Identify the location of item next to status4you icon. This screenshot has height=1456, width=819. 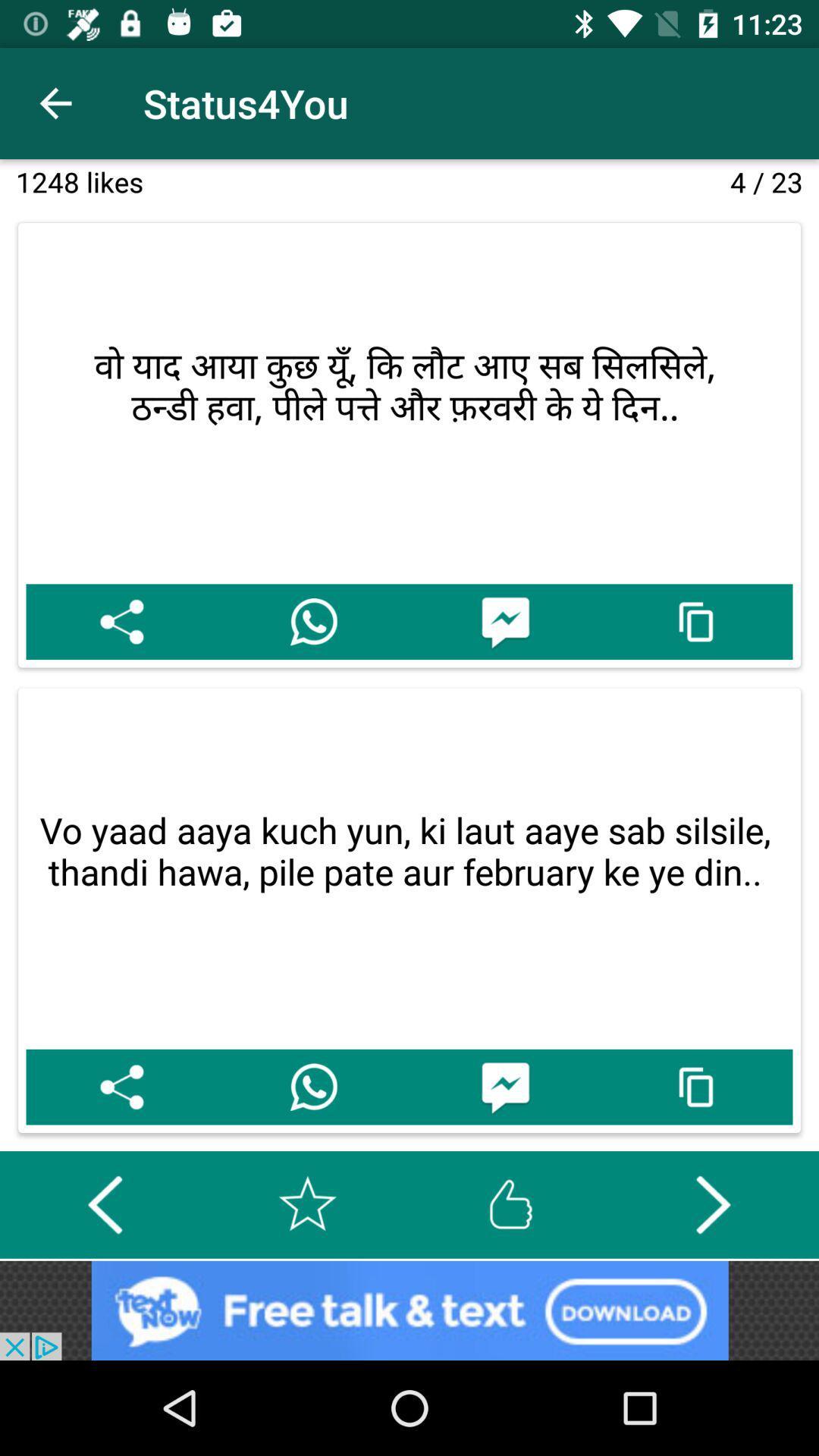
(55, 102).